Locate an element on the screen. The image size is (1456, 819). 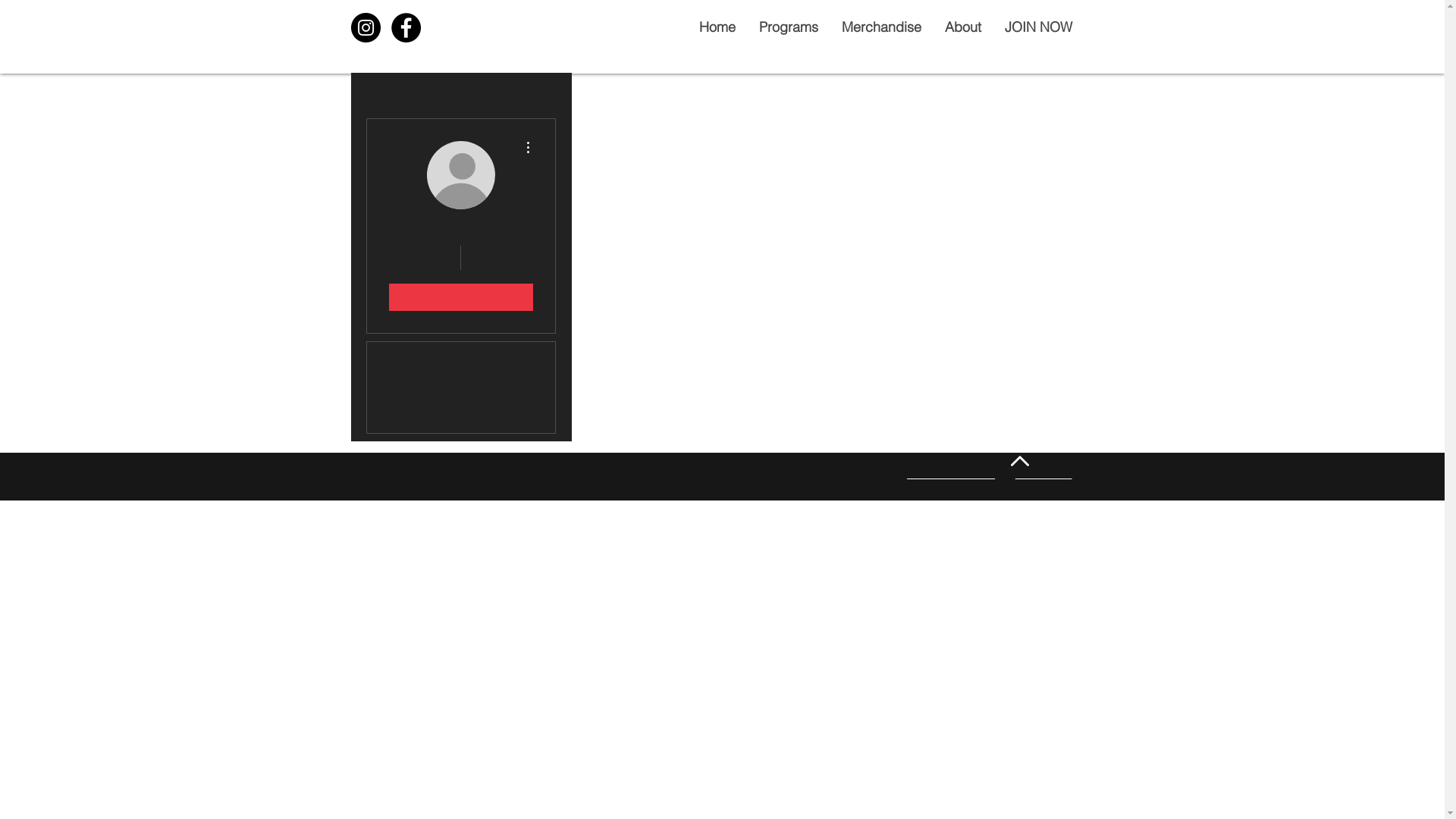
'Follow' is located at coordinates (459, 297).